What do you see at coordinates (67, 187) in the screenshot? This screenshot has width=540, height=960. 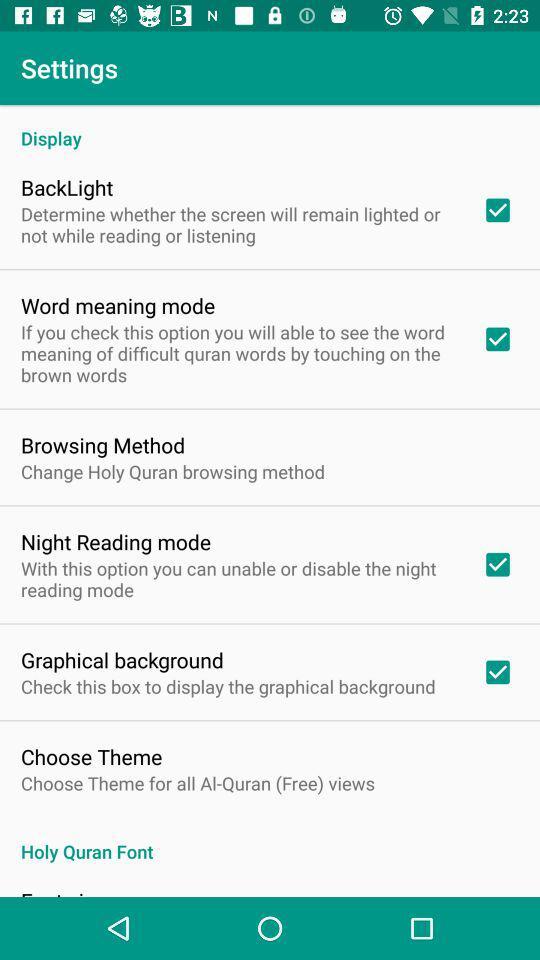 I see `icon above determine whether the` at bounding box center [67, 187].